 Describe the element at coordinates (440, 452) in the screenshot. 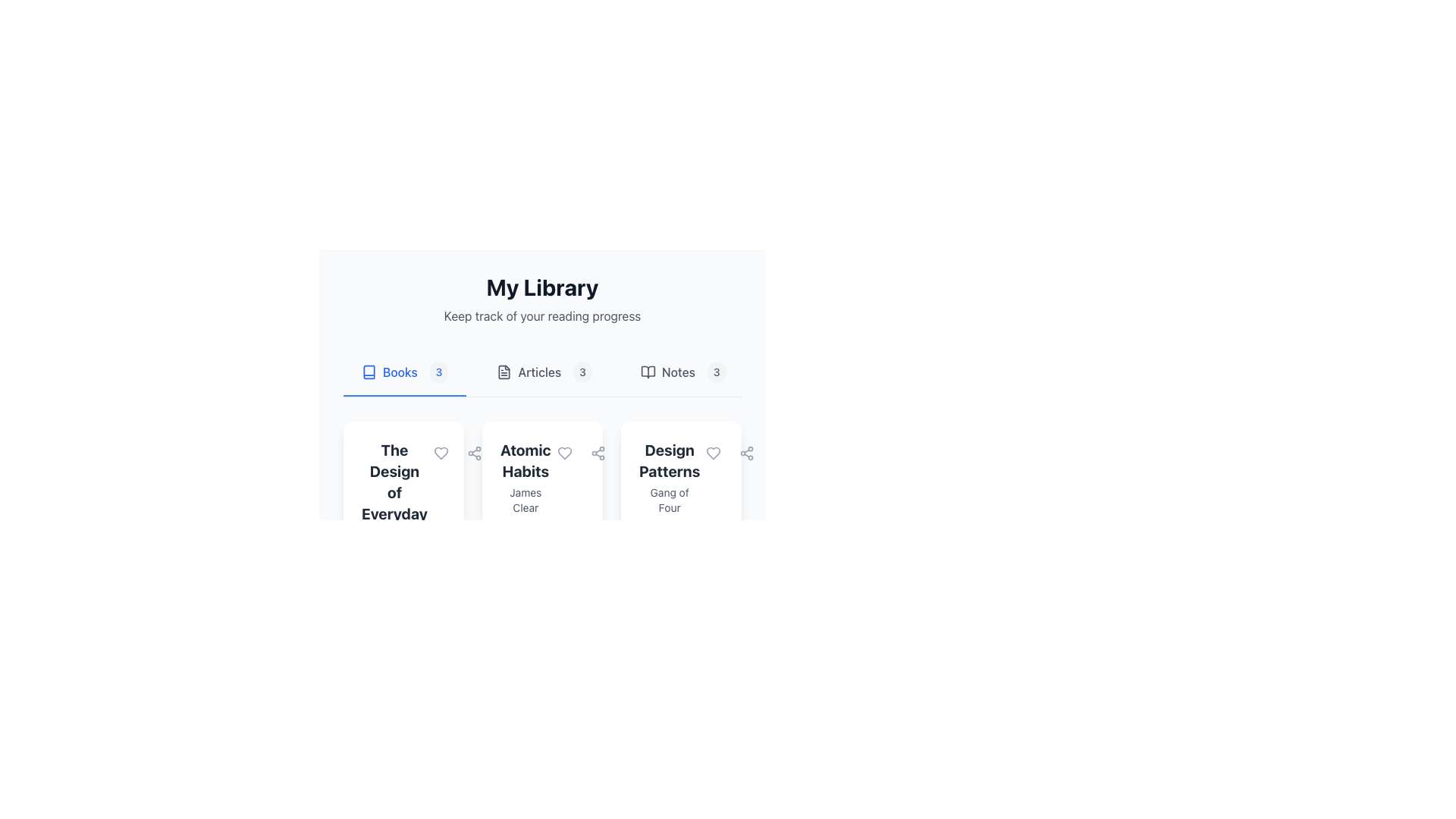

I see `the heart icon button located in the top-right section of the first book card under the 'Books' tab` at that location.